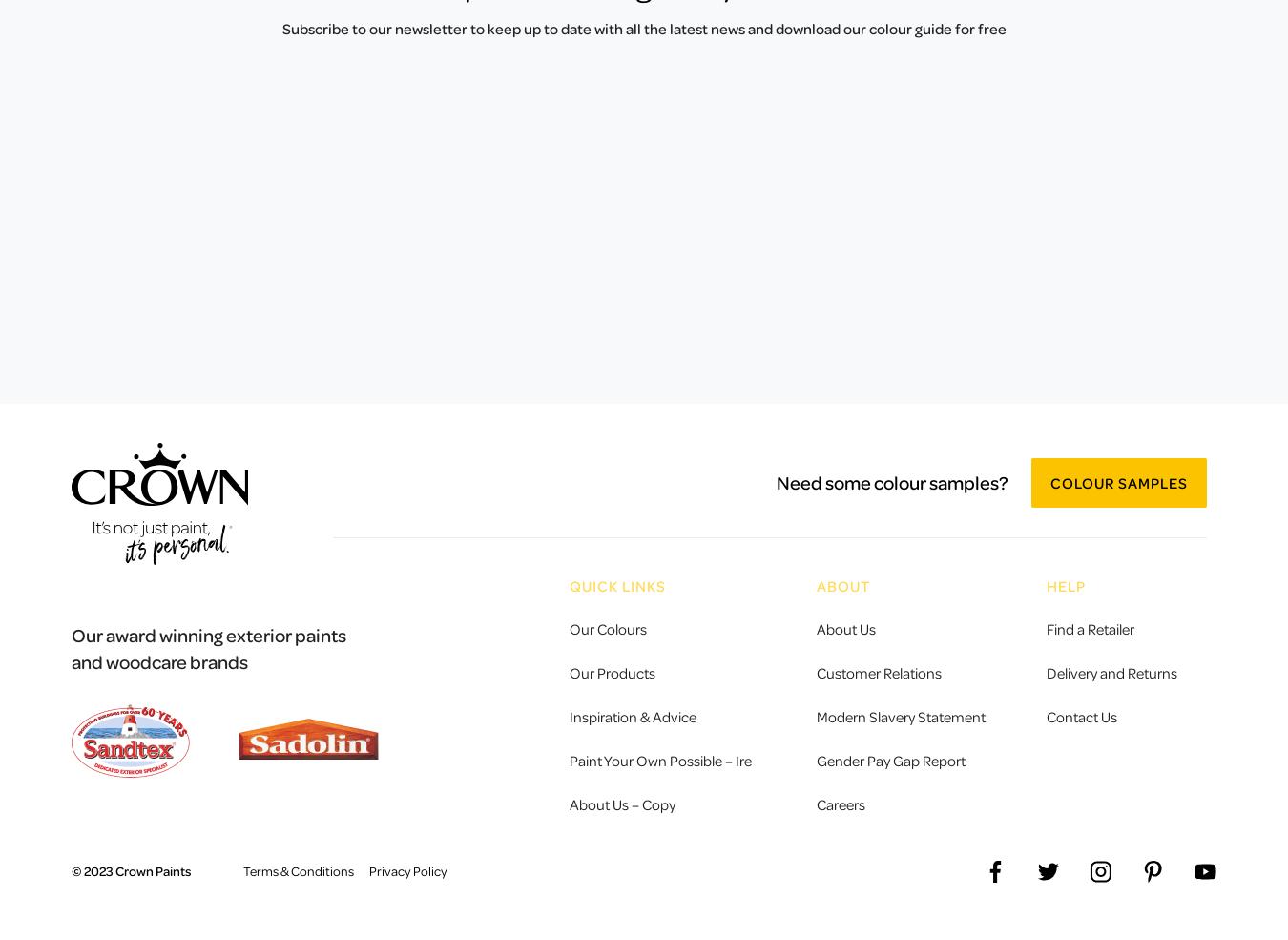 Image resolution: width=1288 pixels, height=940 pixels. I want to click on 'Colour Samples', so click(1116, 482).